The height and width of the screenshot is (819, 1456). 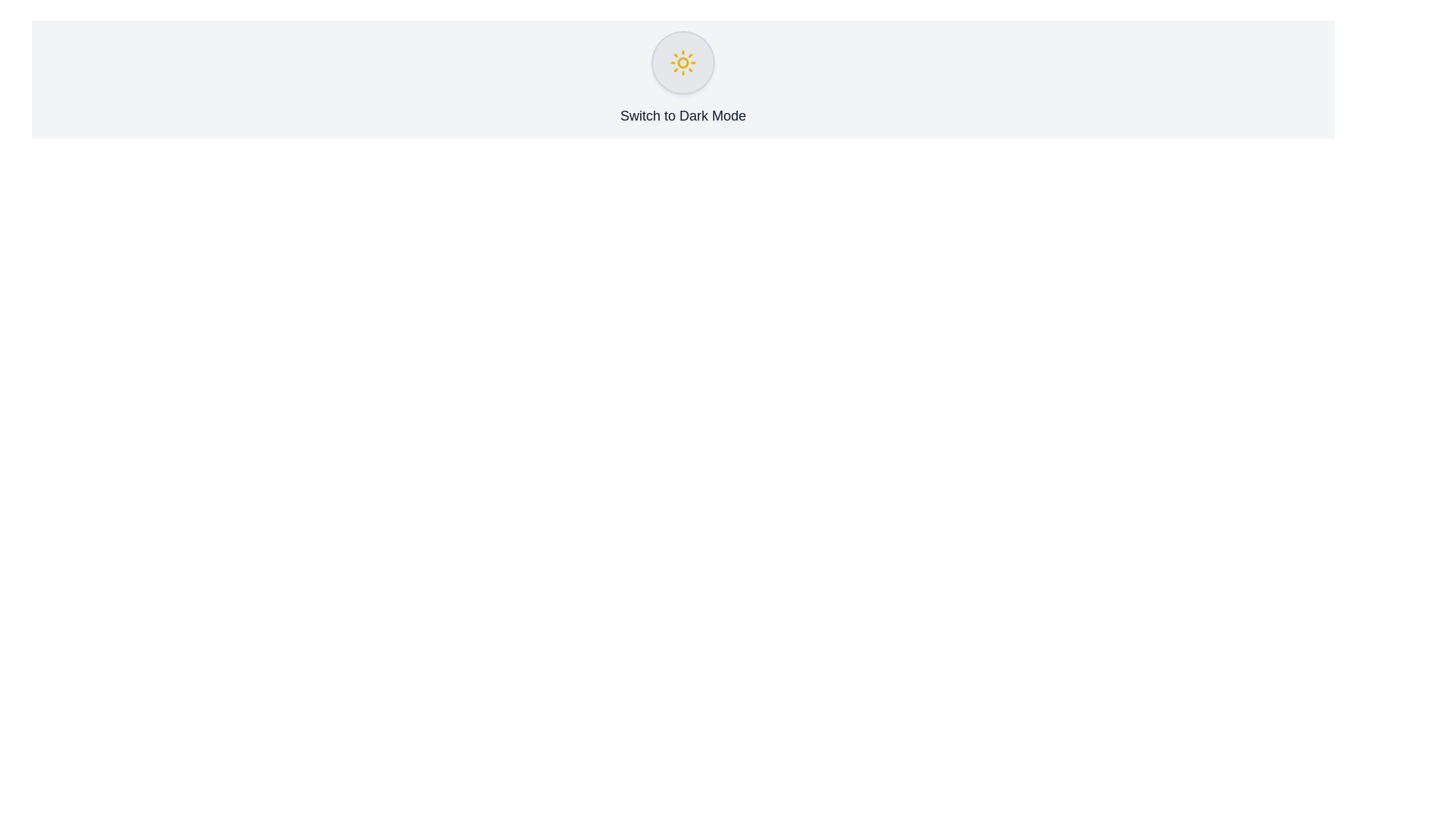 What do you see at coordinates (682, 62) in the screenshot?
I see `the sun icon within the circular button at the top center of the interface, which symbolizes light mode and is used to toggle between light and dark themes` at bounding box center [682, 62].